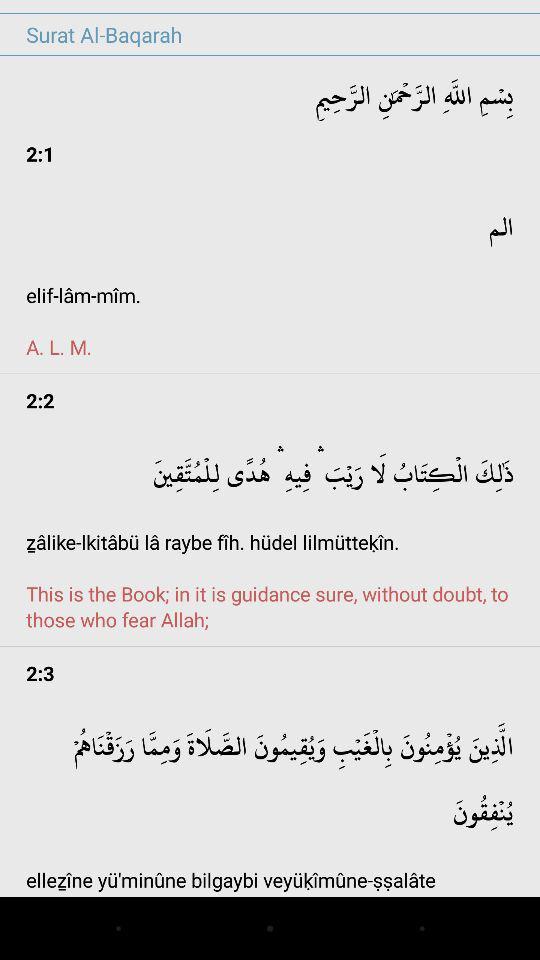 The height and width of the screenshot is (960, 540). Describe the element at coordinates (270, 275) in the screenshot. I see `app below 2:1 app` at that location.